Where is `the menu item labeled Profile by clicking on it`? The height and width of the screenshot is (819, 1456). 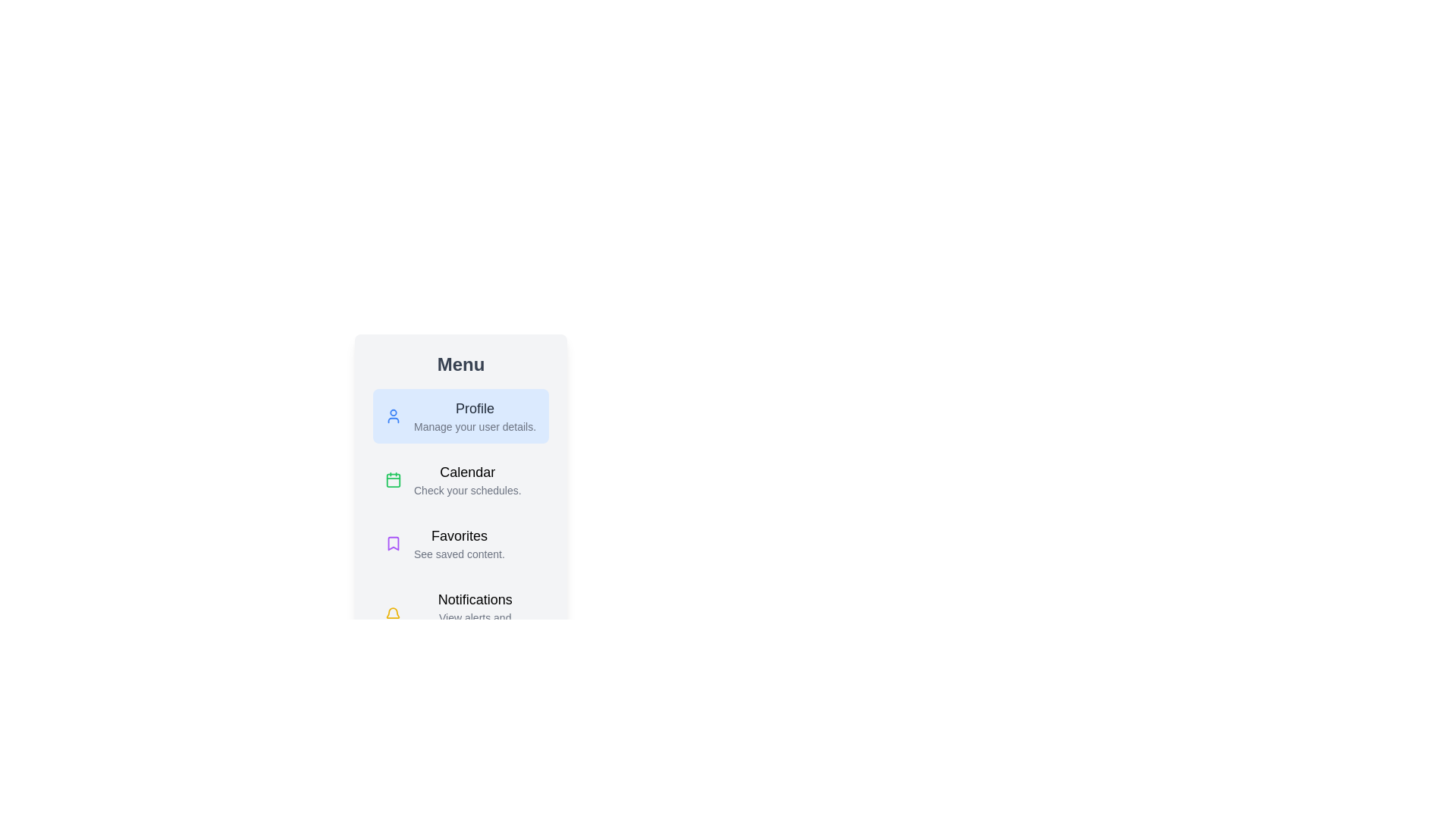 the menu item labeled Profile by clicking on it is located at coordinates (460, 416).